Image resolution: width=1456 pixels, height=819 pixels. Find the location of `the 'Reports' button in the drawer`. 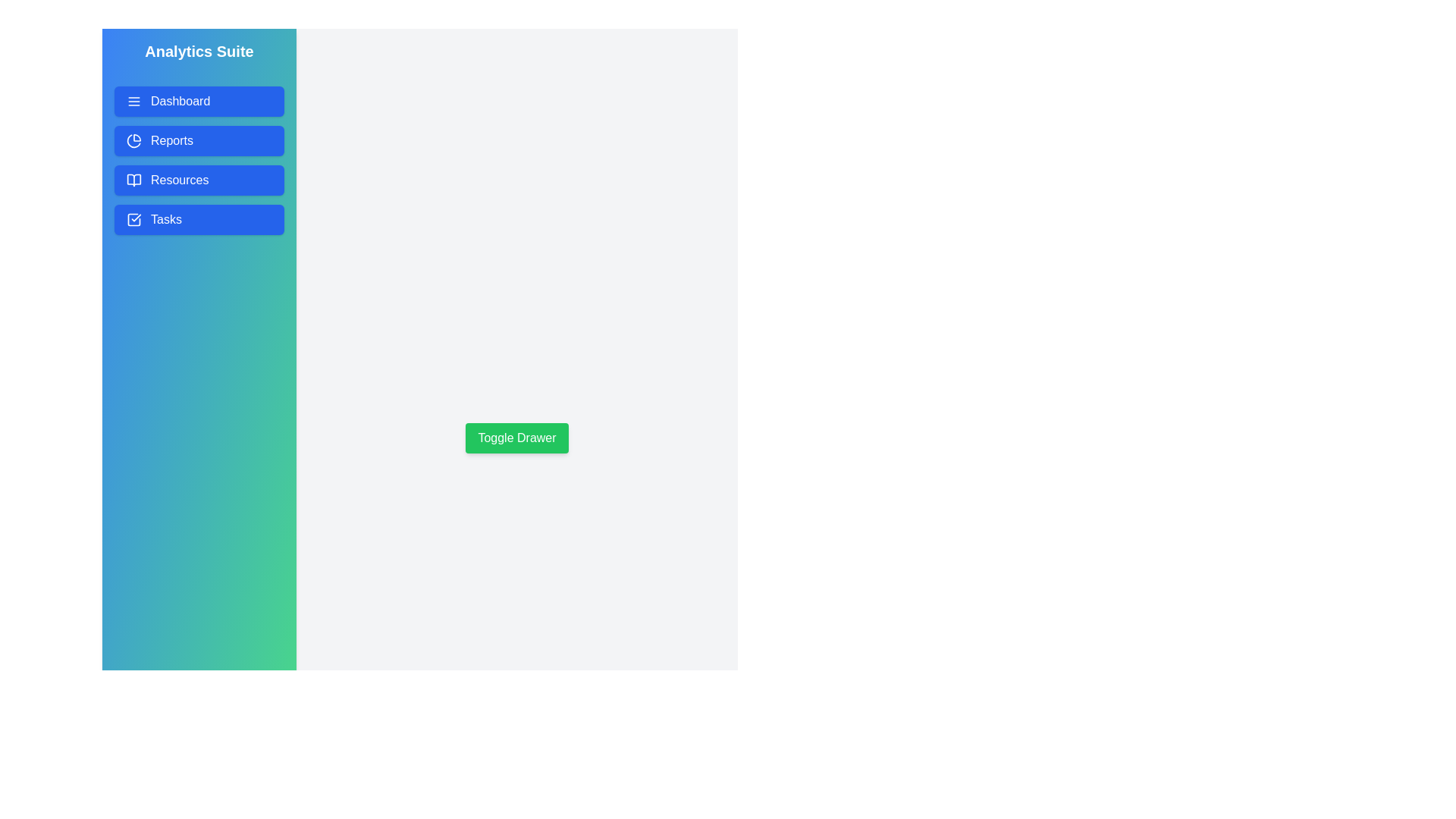

the 'Reports' button in the drawer is located at coordinates (199, 140).